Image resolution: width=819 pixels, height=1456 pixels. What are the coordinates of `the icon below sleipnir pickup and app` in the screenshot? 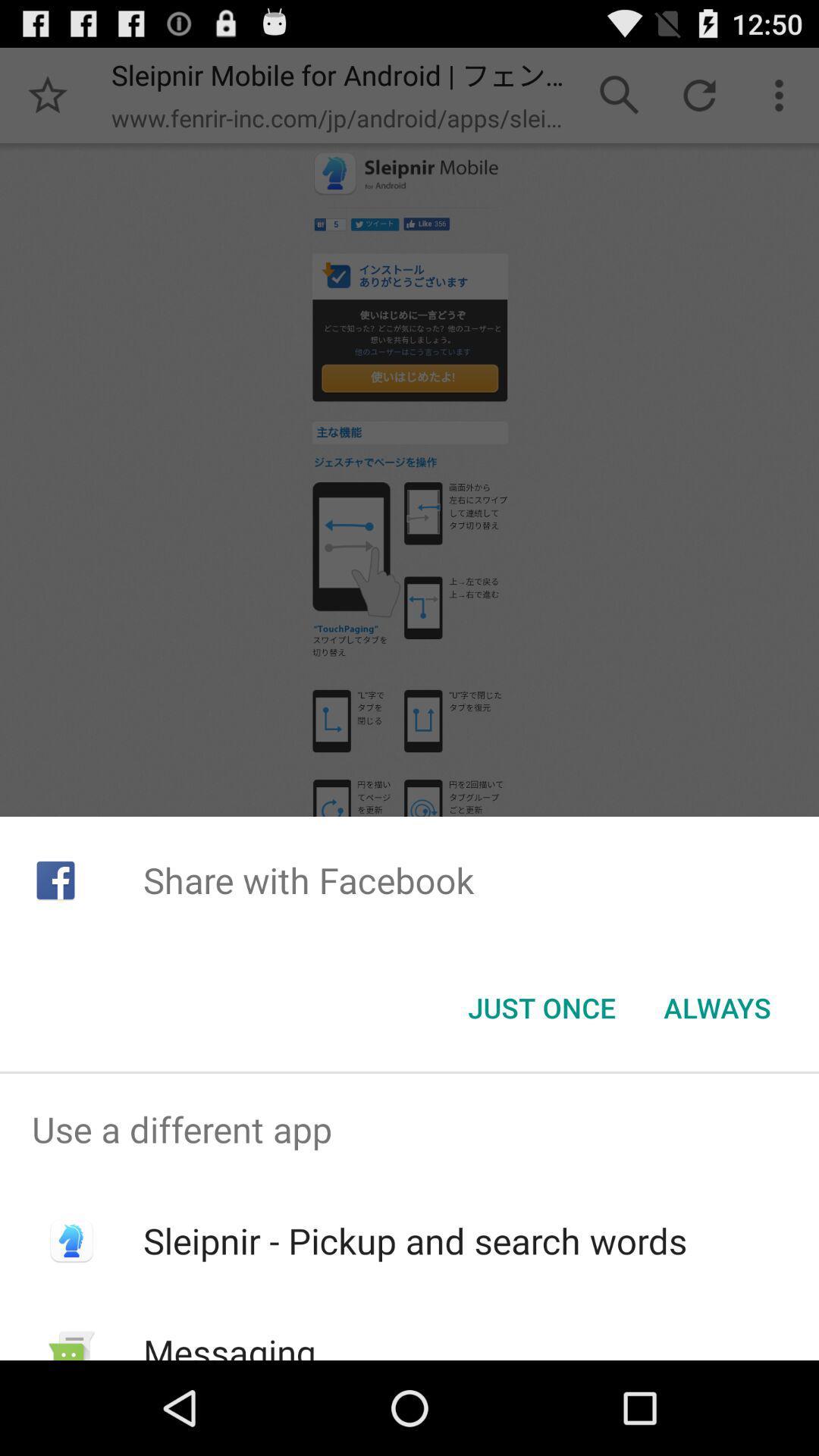 It's located at (230, 1344).